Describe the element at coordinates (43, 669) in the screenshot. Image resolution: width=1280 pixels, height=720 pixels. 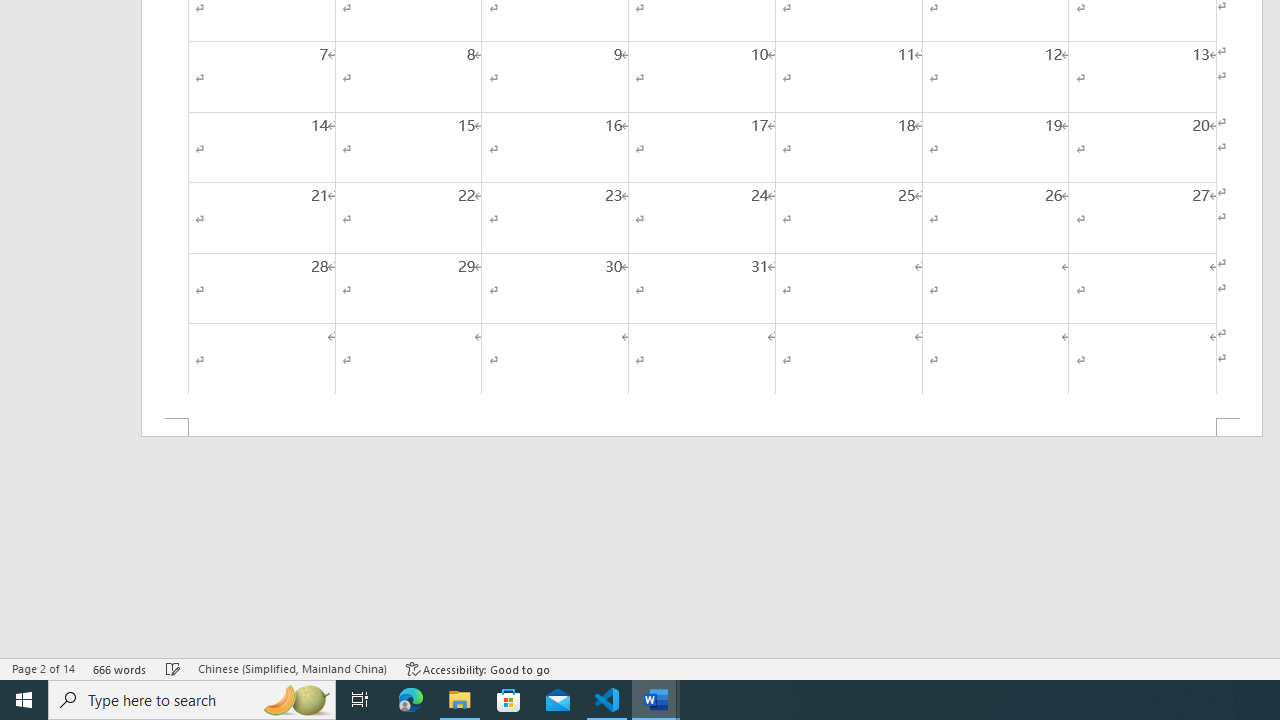
I see `'Page Number Page 2 of 14'` at that location.